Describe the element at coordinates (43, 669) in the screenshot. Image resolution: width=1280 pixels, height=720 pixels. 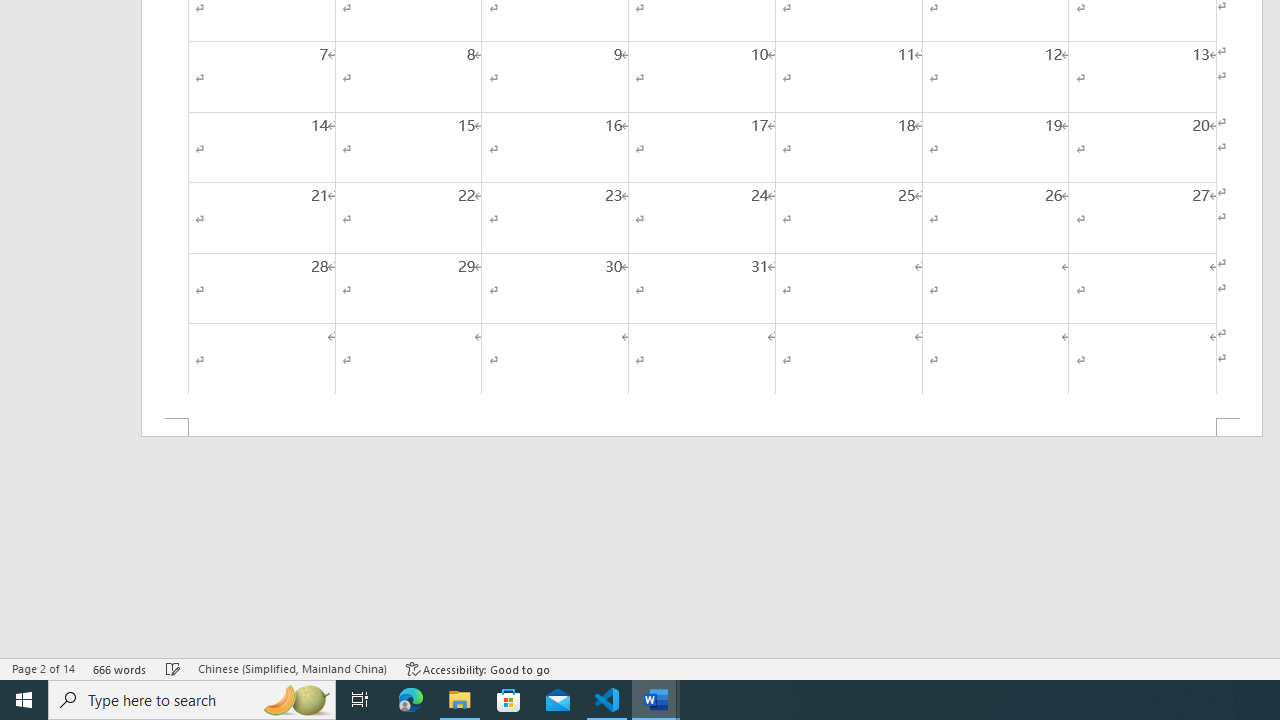
I see `'Page Number Page 2 of 14'` at that location.